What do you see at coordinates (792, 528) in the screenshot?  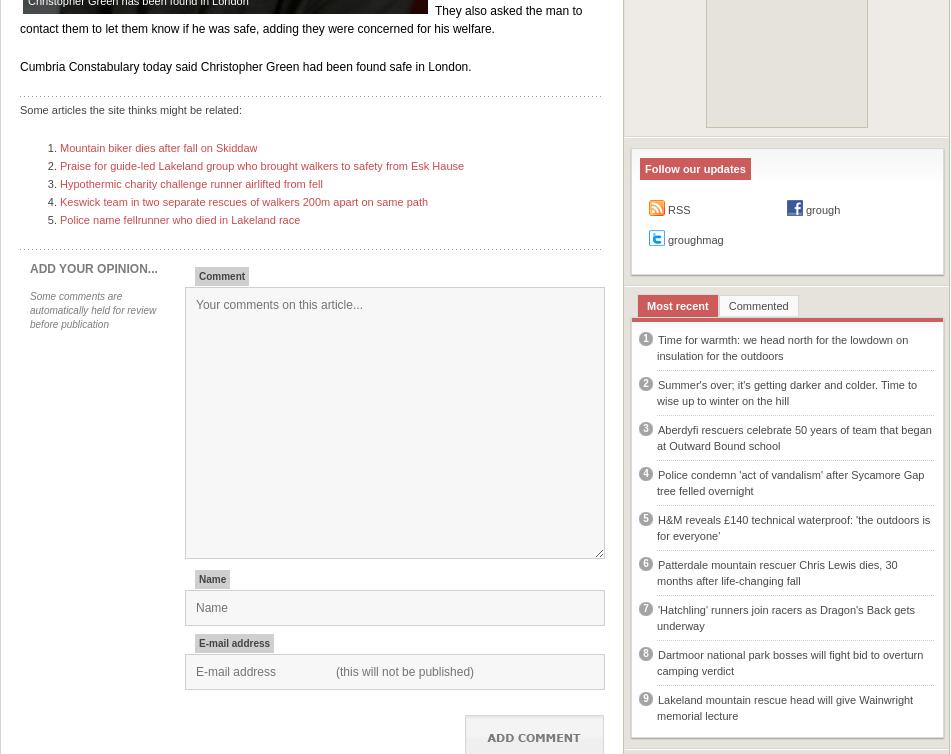 I see `'H&M reveals £140 technical waterproof: 'the outdoors is for everyone''` at bounding box center [792, 528].